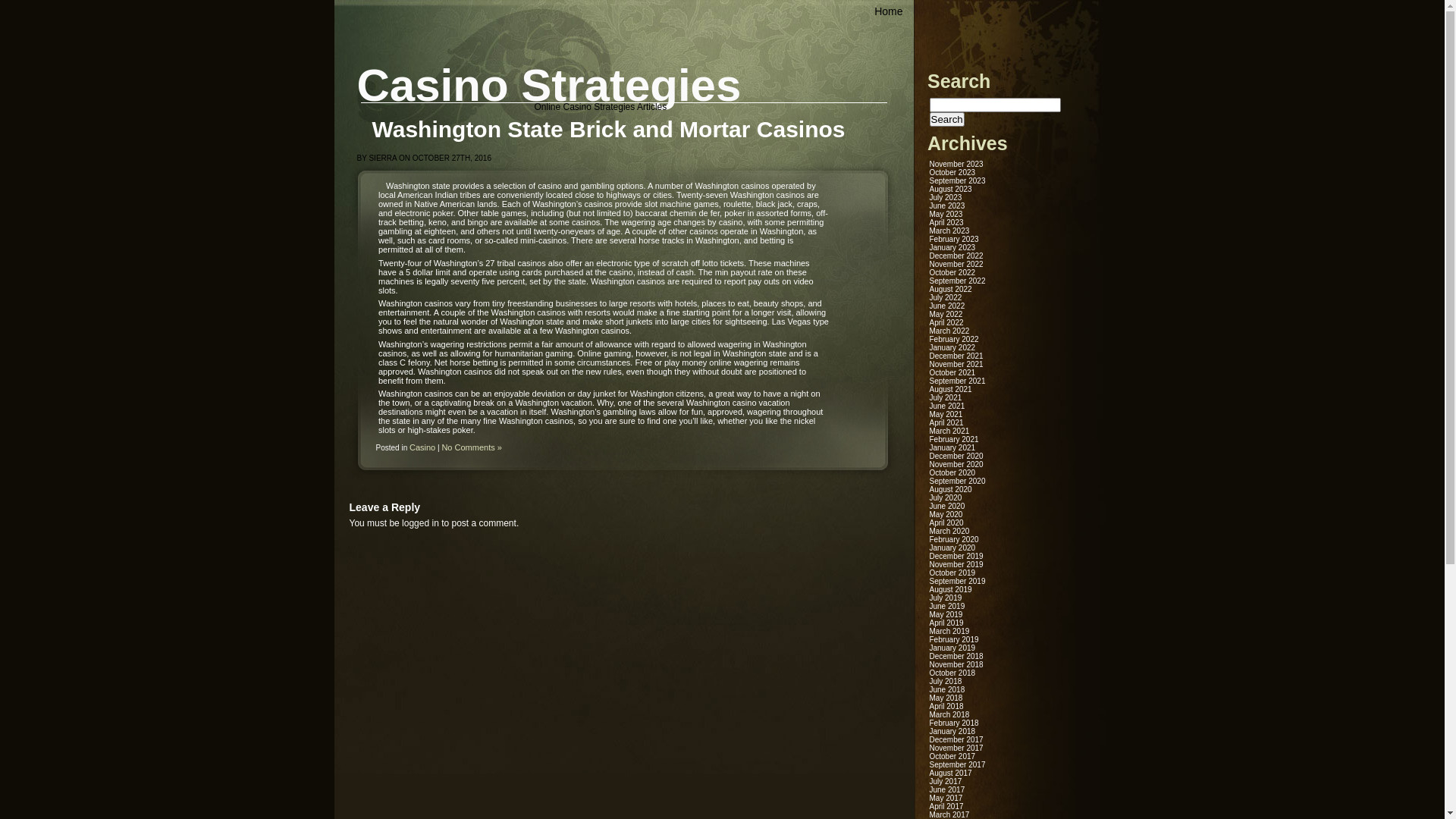 This screenshot has width=1456, height=819. I want to click on 'May 2021', so click(946, 414).